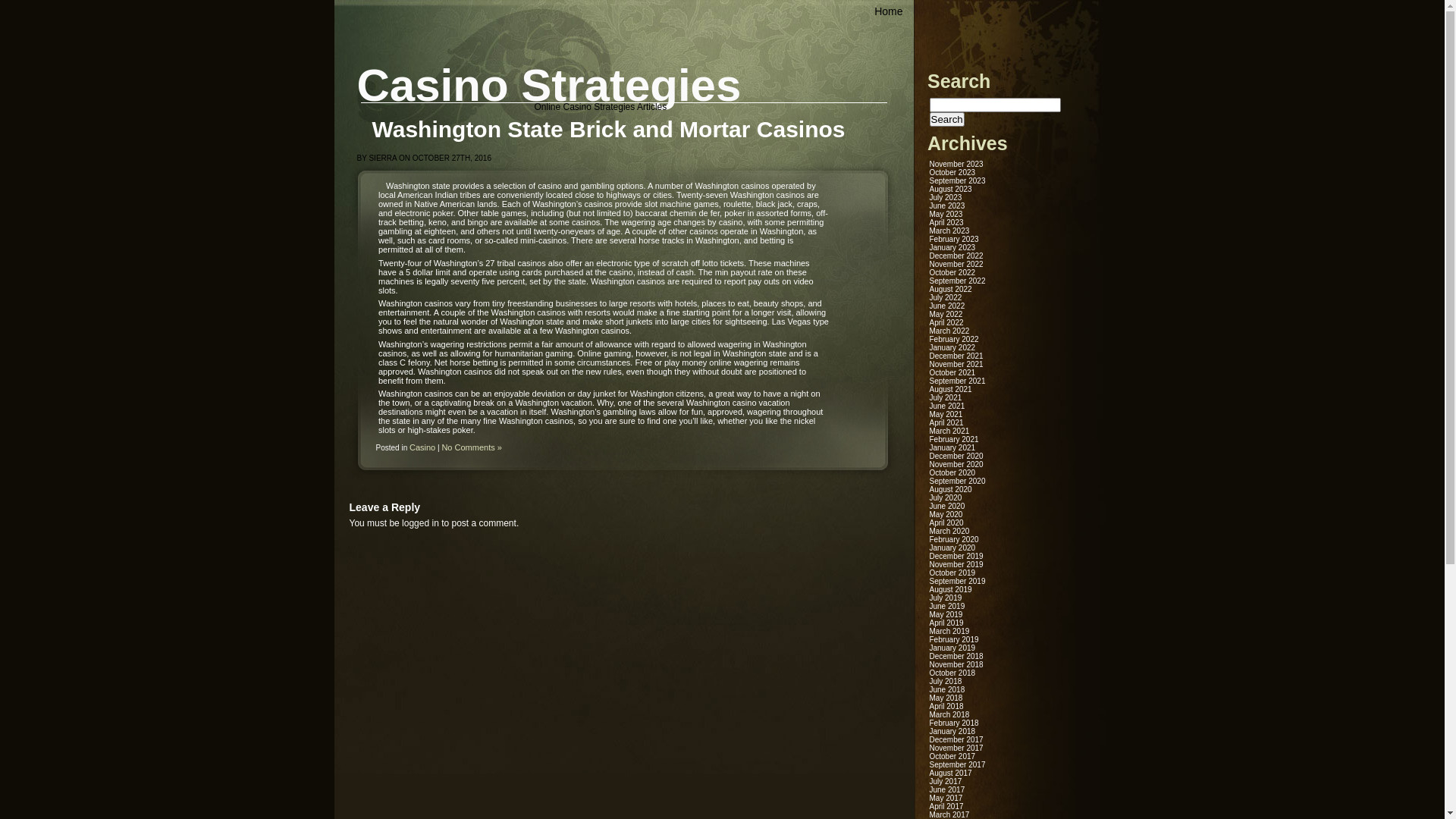 This screenshot has width=1456, height=819. I want to click on 'May 2021', so click(946, 414).